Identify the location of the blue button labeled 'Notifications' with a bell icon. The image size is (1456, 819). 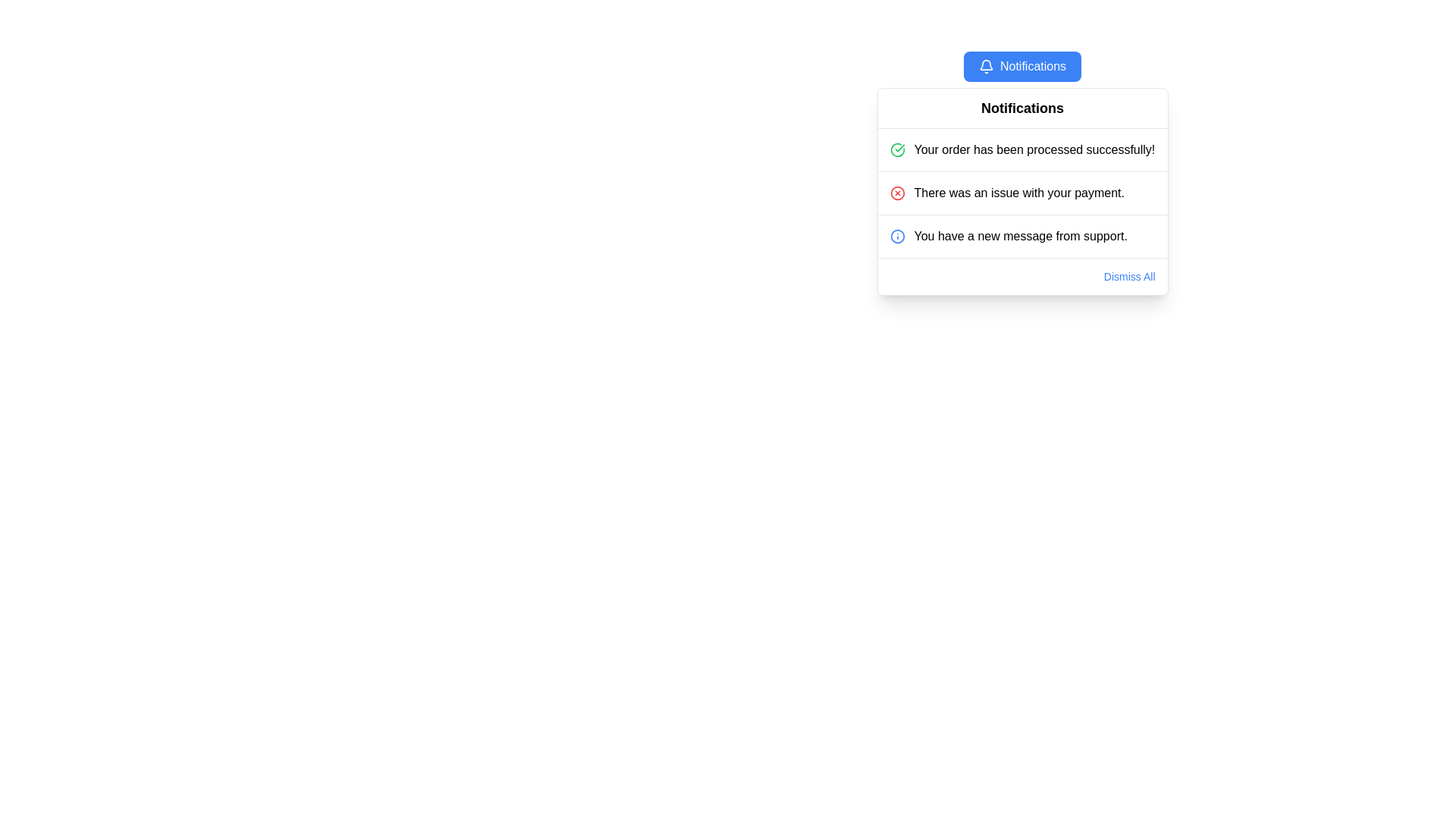
(1022, 66).